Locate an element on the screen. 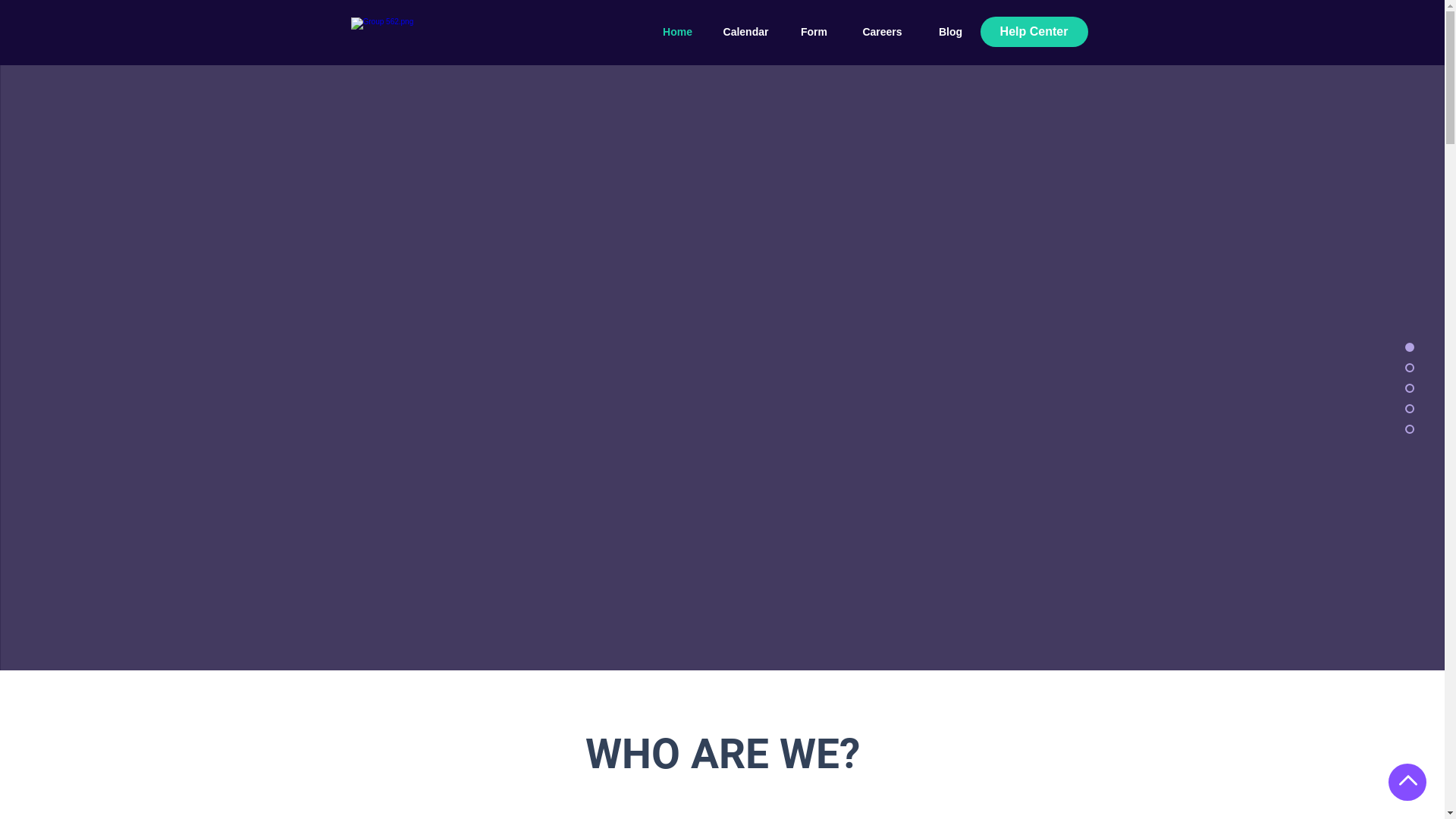 Image resolution: width=1456 pixels, height=819 pixels. 'Home' is located at coordinates (676, 32).